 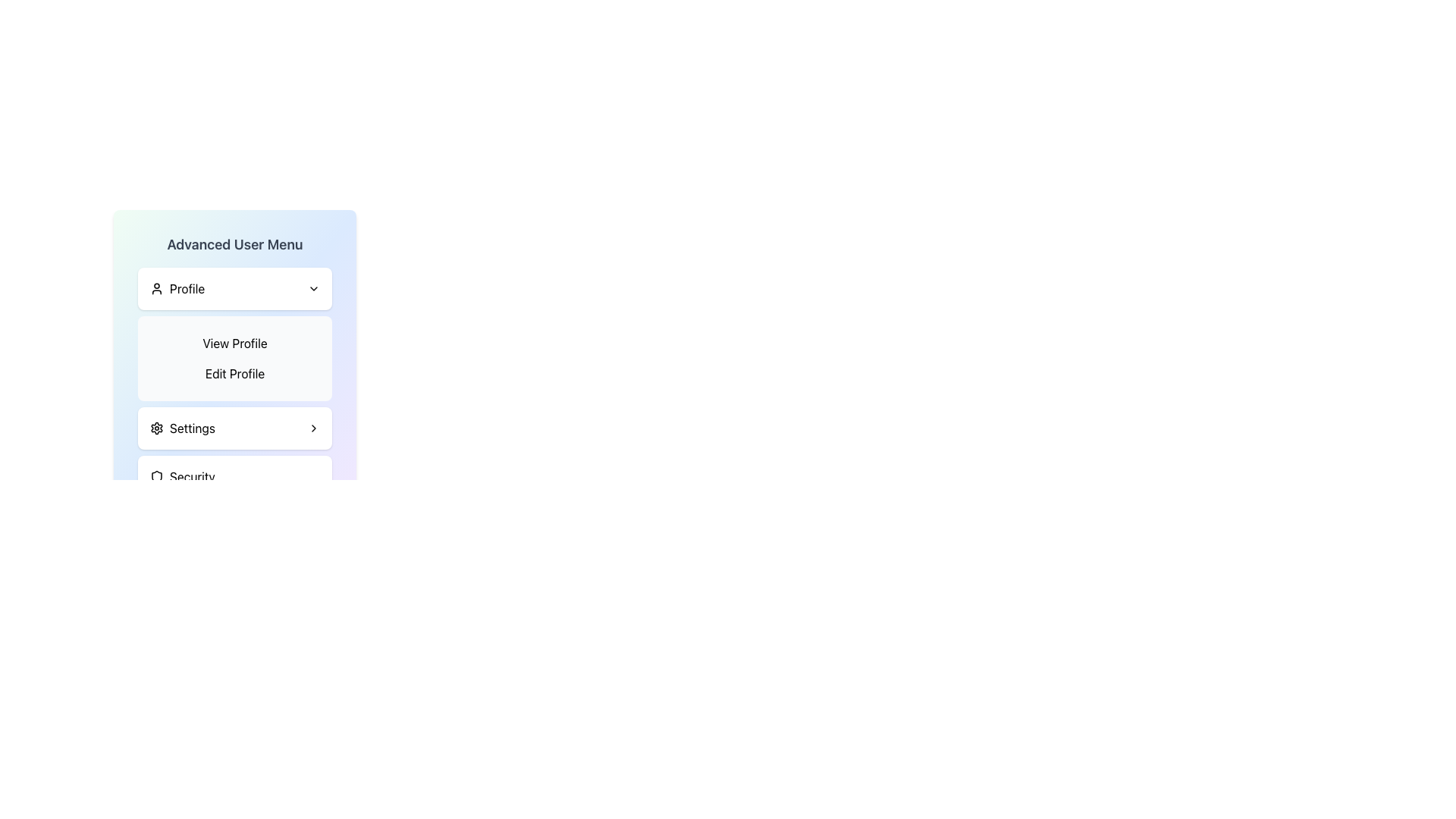 What do you see at coordinates (234, 475) in the screenshot?
I see `the 'Security' menu item, which is the fourth option in a vertical list` at bounding box center [234, 475].